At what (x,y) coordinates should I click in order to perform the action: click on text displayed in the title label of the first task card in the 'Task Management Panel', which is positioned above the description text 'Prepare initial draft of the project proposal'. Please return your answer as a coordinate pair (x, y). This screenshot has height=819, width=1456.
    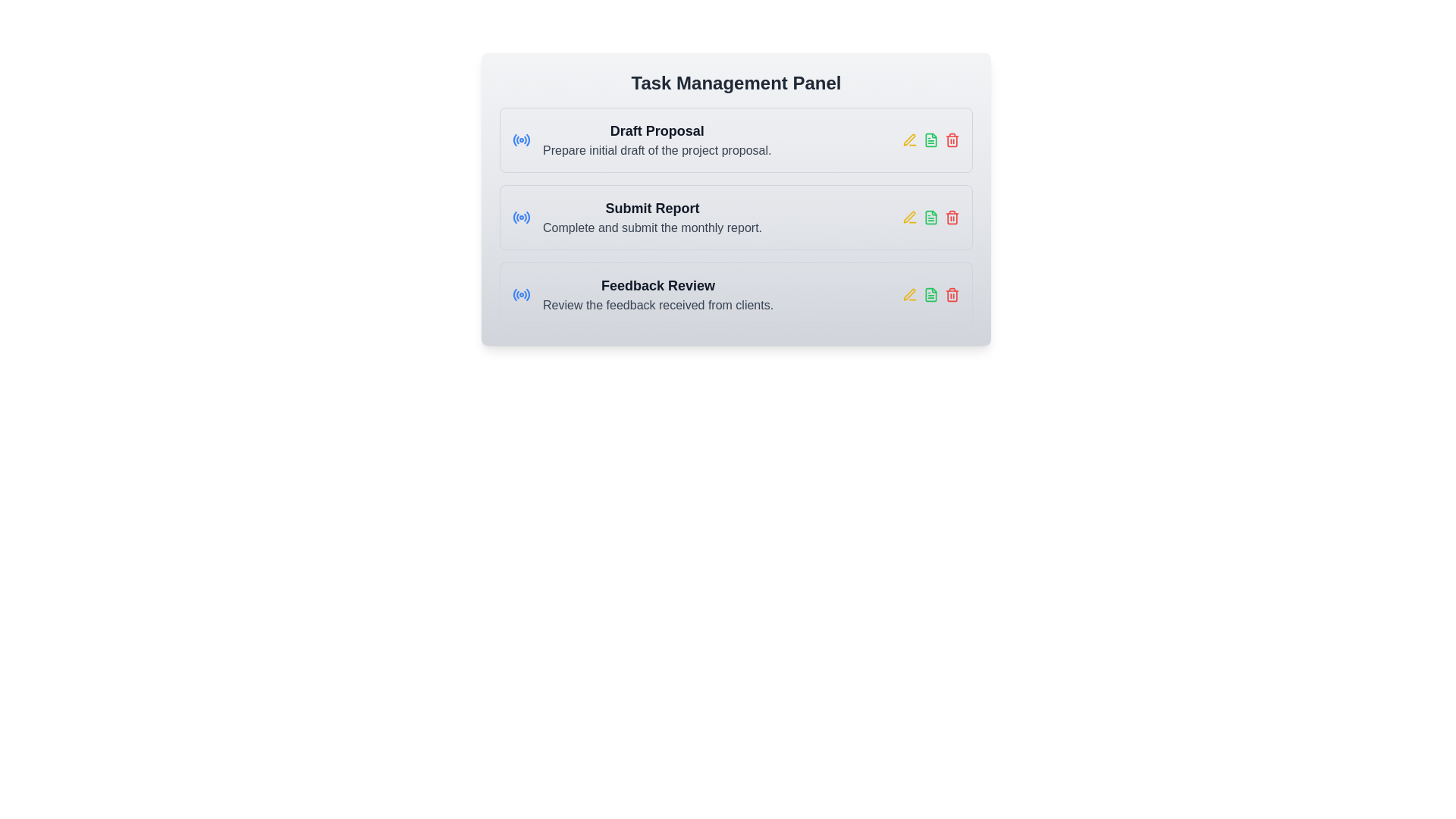
    Looking at the image, I should click on (657, 130).